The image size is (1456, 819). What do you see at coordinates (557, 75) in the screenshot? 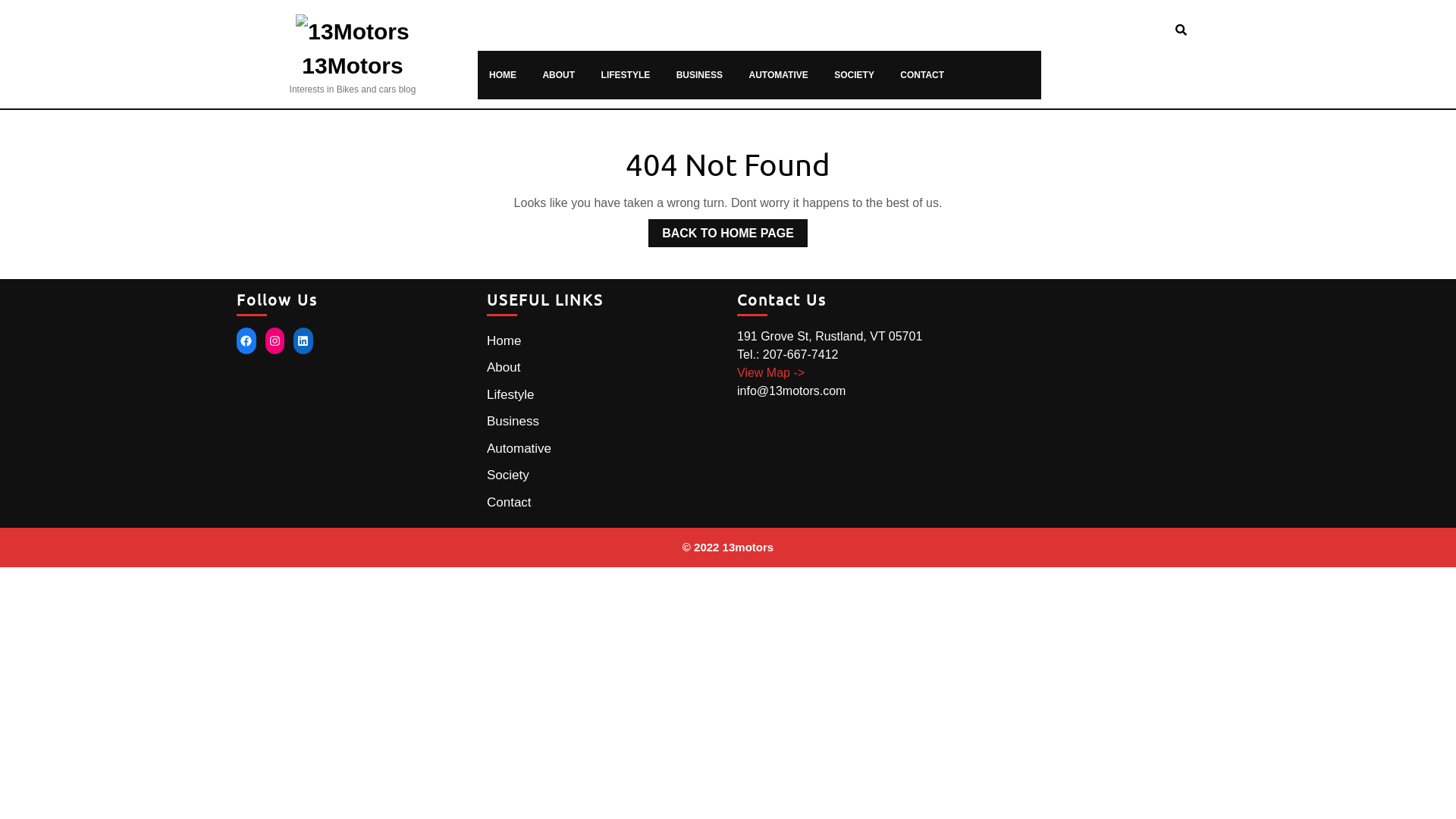
I see `'ABOUT'` at bounding box center [557, 75].